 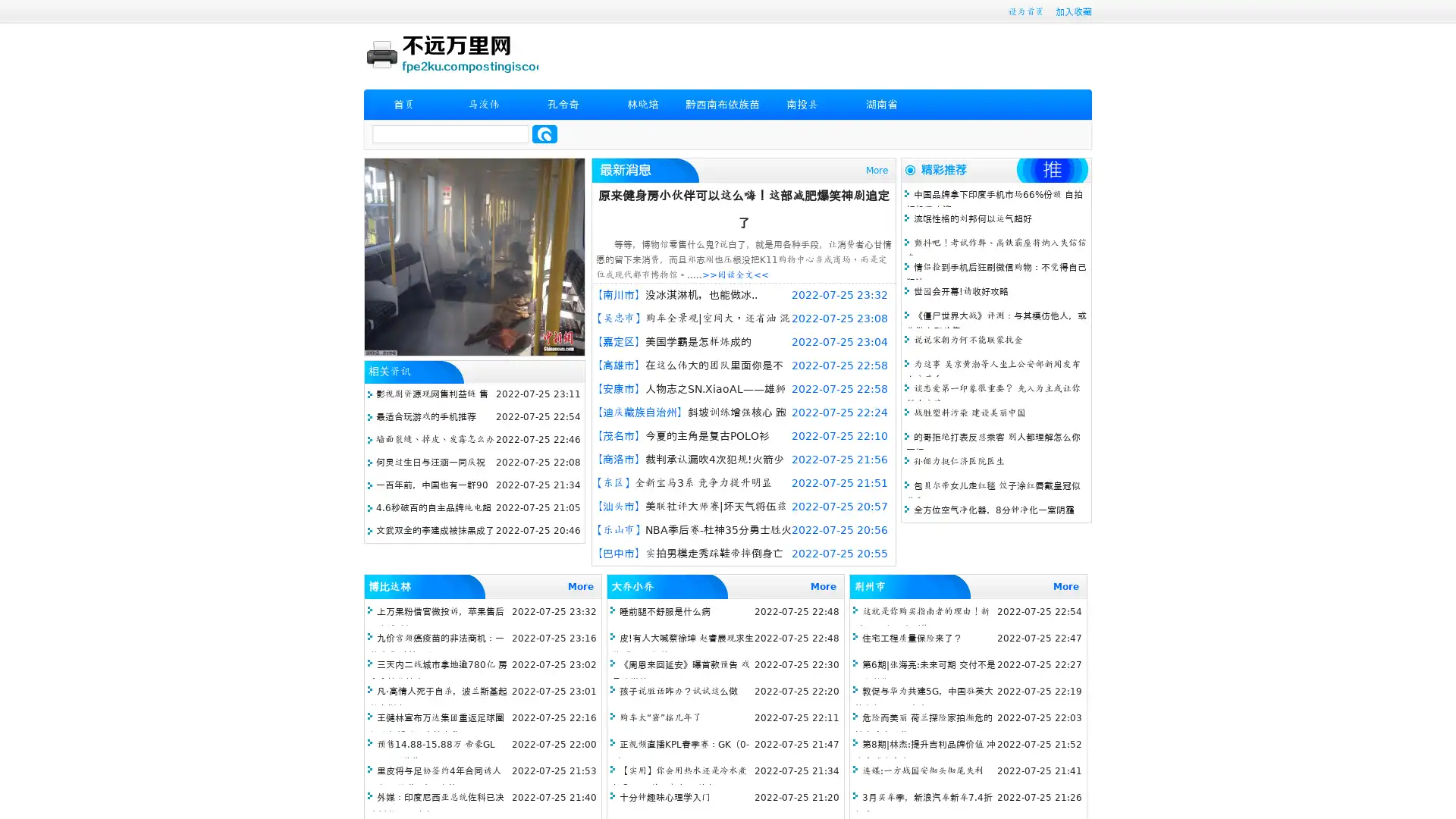 I want to click on Search, so click(x=544, y=133).